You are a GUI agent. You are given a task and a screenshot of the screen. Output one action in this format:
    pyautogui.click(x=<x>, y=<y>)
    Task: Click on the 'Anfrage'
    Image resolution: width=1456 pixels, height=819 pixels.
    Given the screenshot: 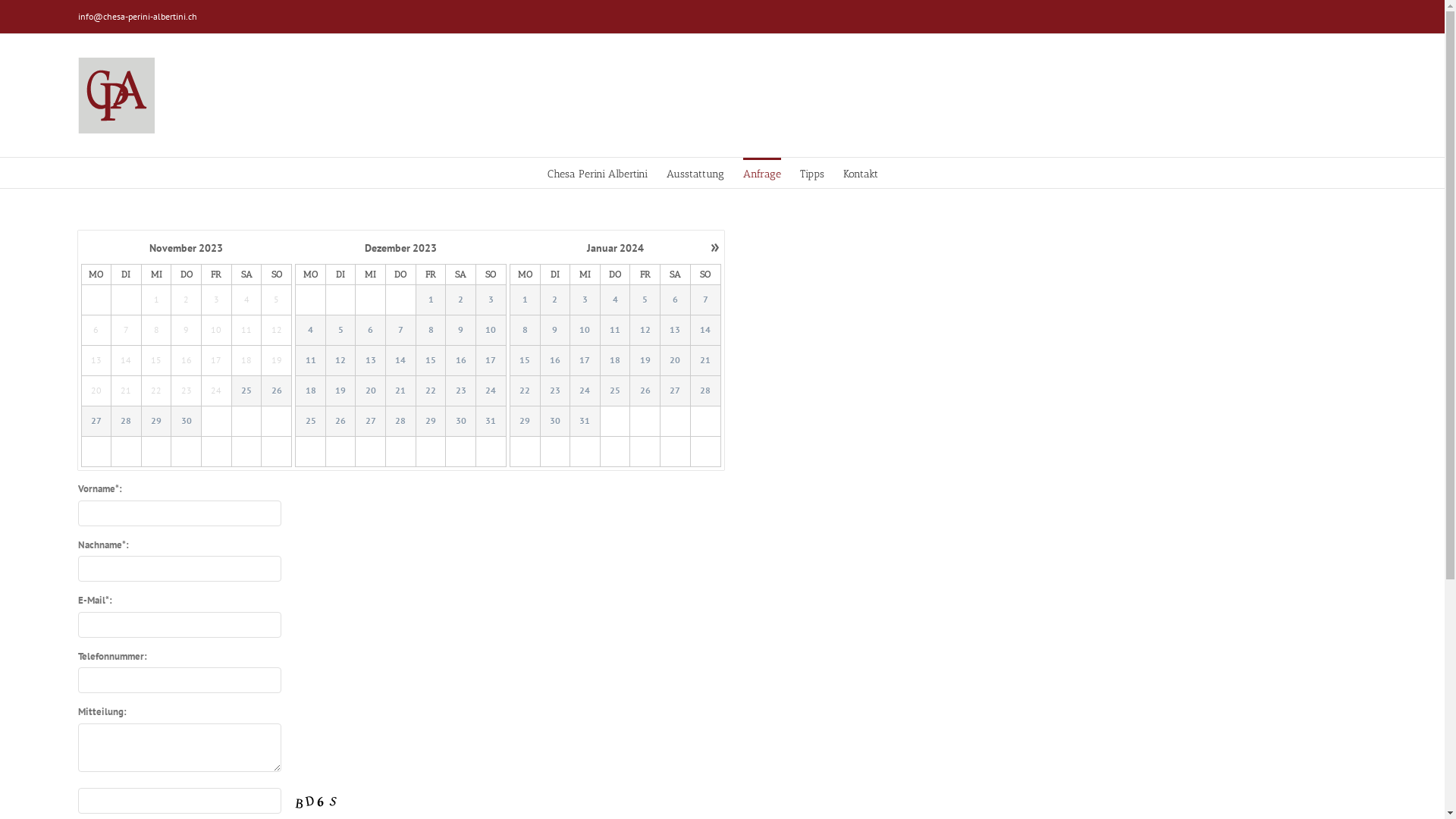 What is the action you would take?
    pyautogui.click(x=761, y=171)
    